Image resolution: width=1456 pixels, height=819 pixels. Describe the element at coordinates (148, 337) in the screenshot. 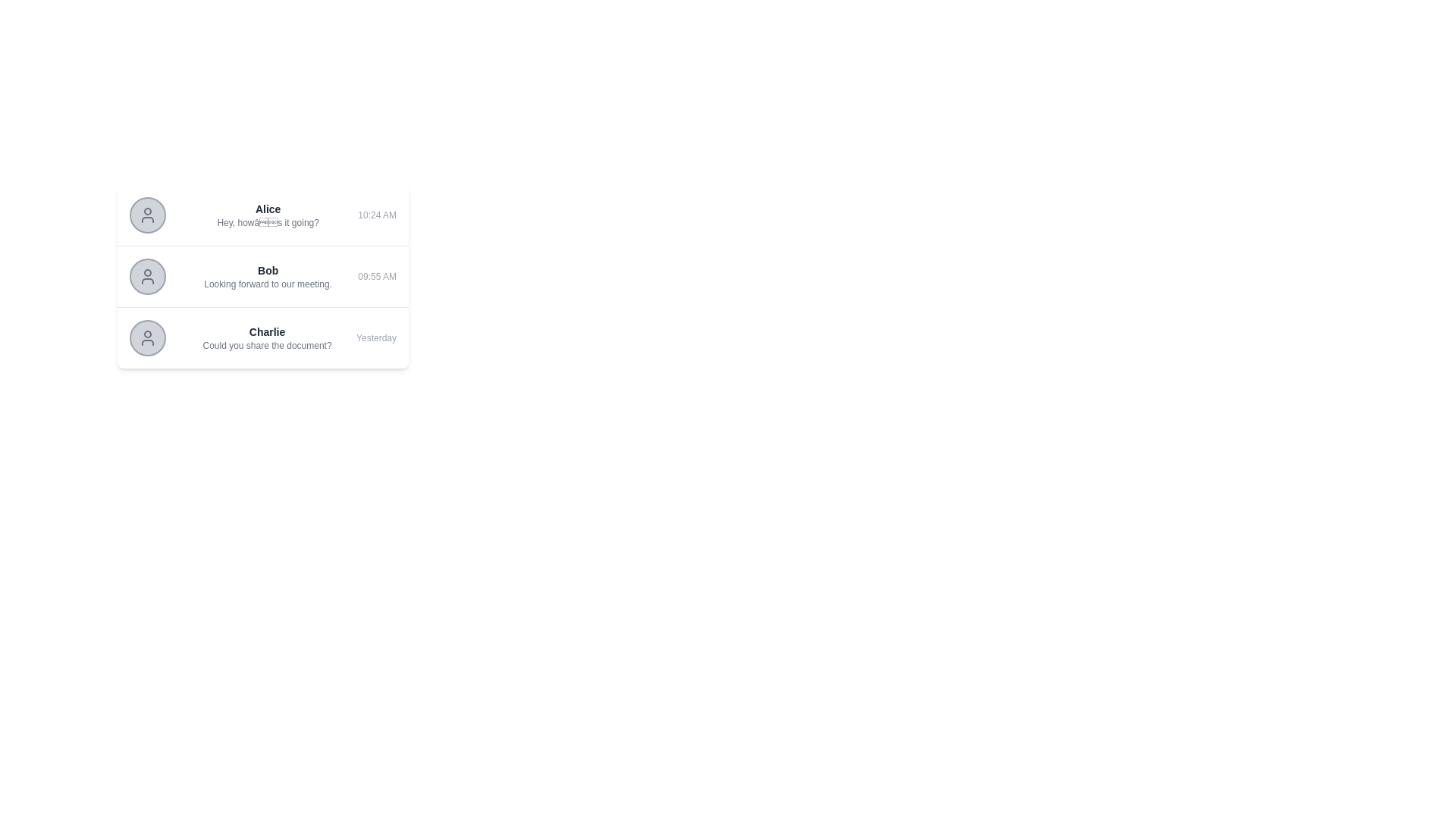

I see `the User Avatar Icon representing the user 'Charlie' in the chat interface, located at the leftmost part of the conversation snippet row` at that location.